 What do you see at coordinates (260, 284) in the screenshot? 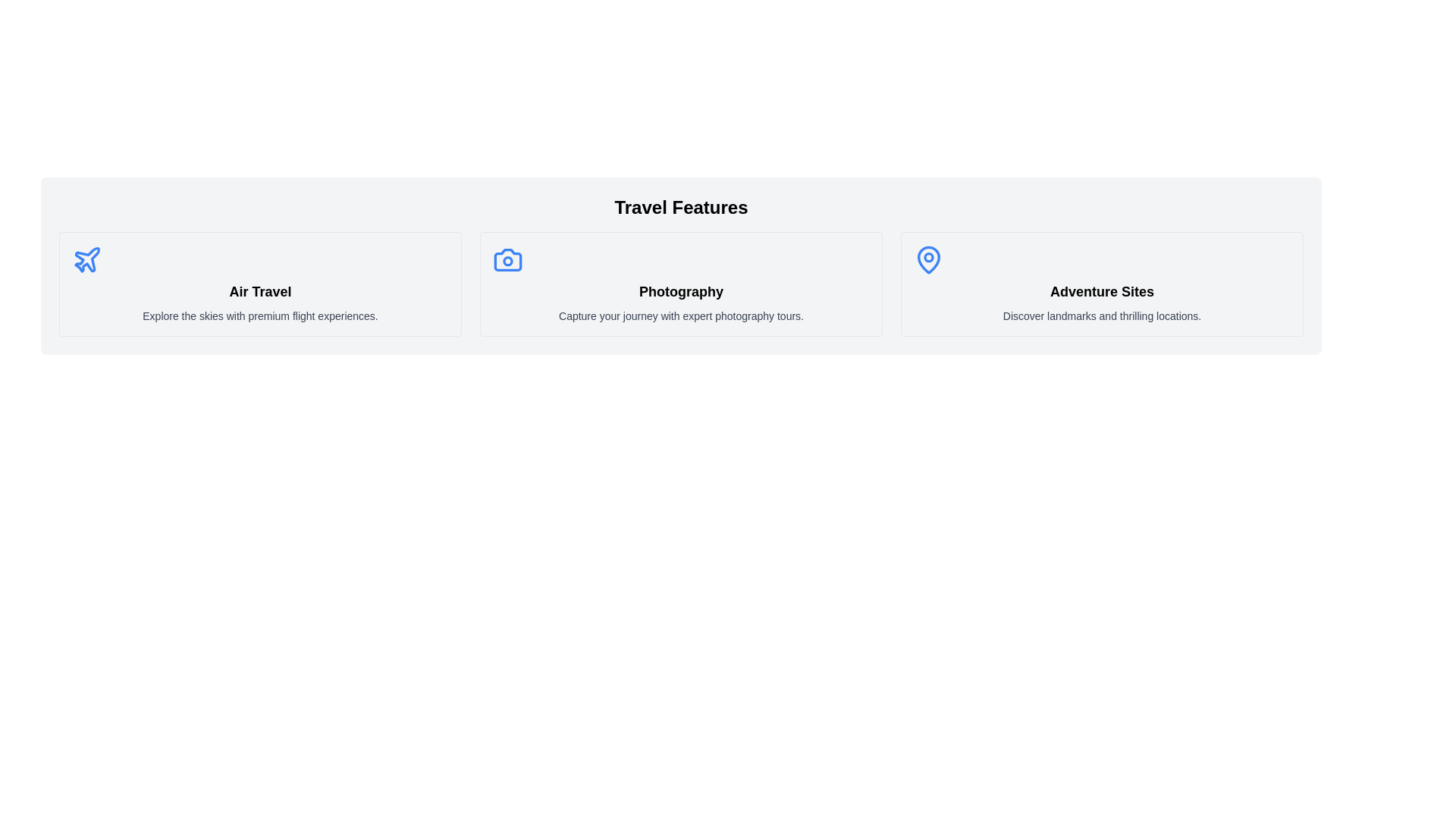
I see `the leftmost card in the 'Travel Features' section, which contains an airplane icon and the title 'Air Travel'` at bounding box center [260, 284].